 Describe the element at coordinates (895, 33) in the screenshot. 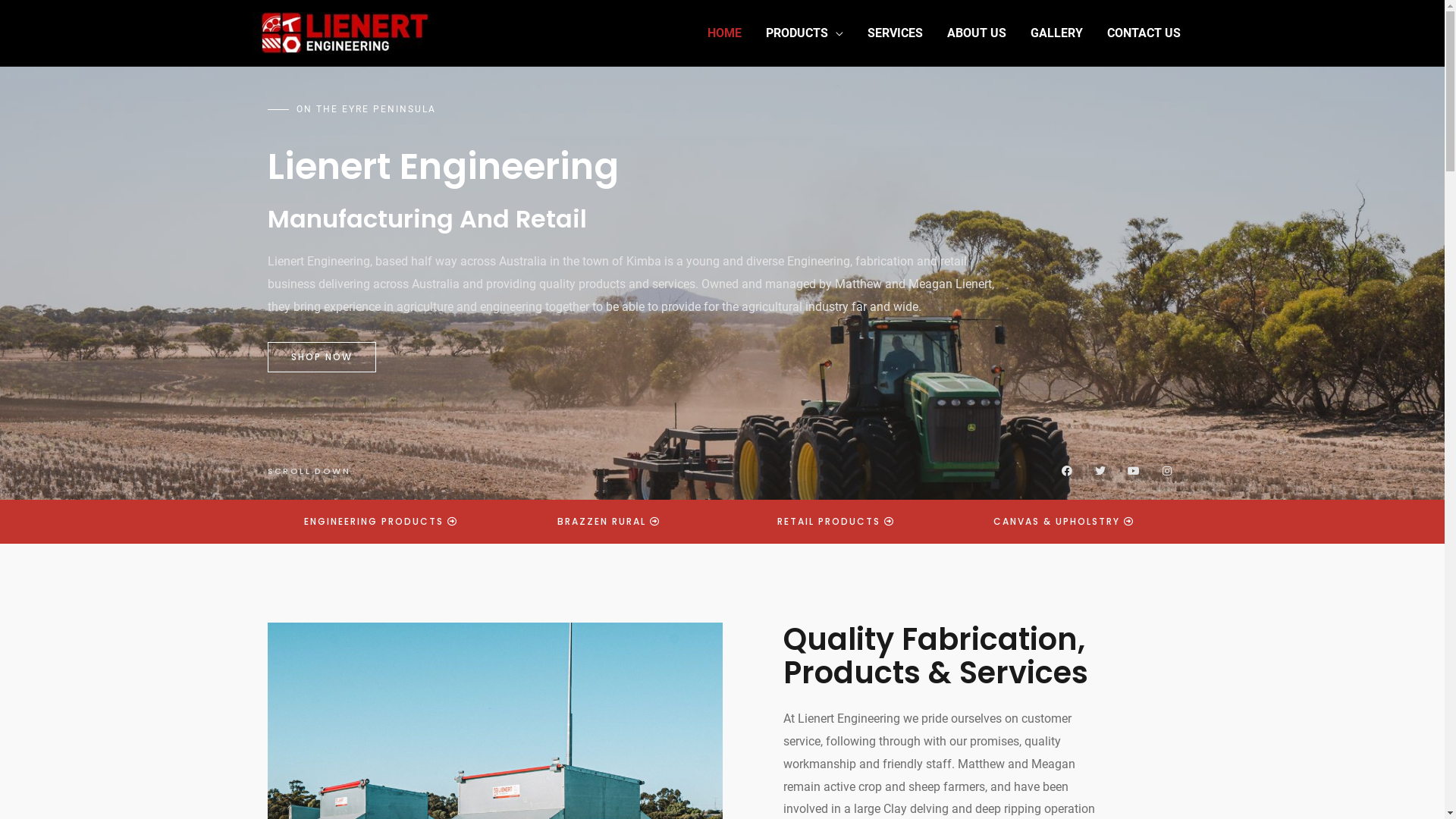

I see `'SERVICES'` at that location.